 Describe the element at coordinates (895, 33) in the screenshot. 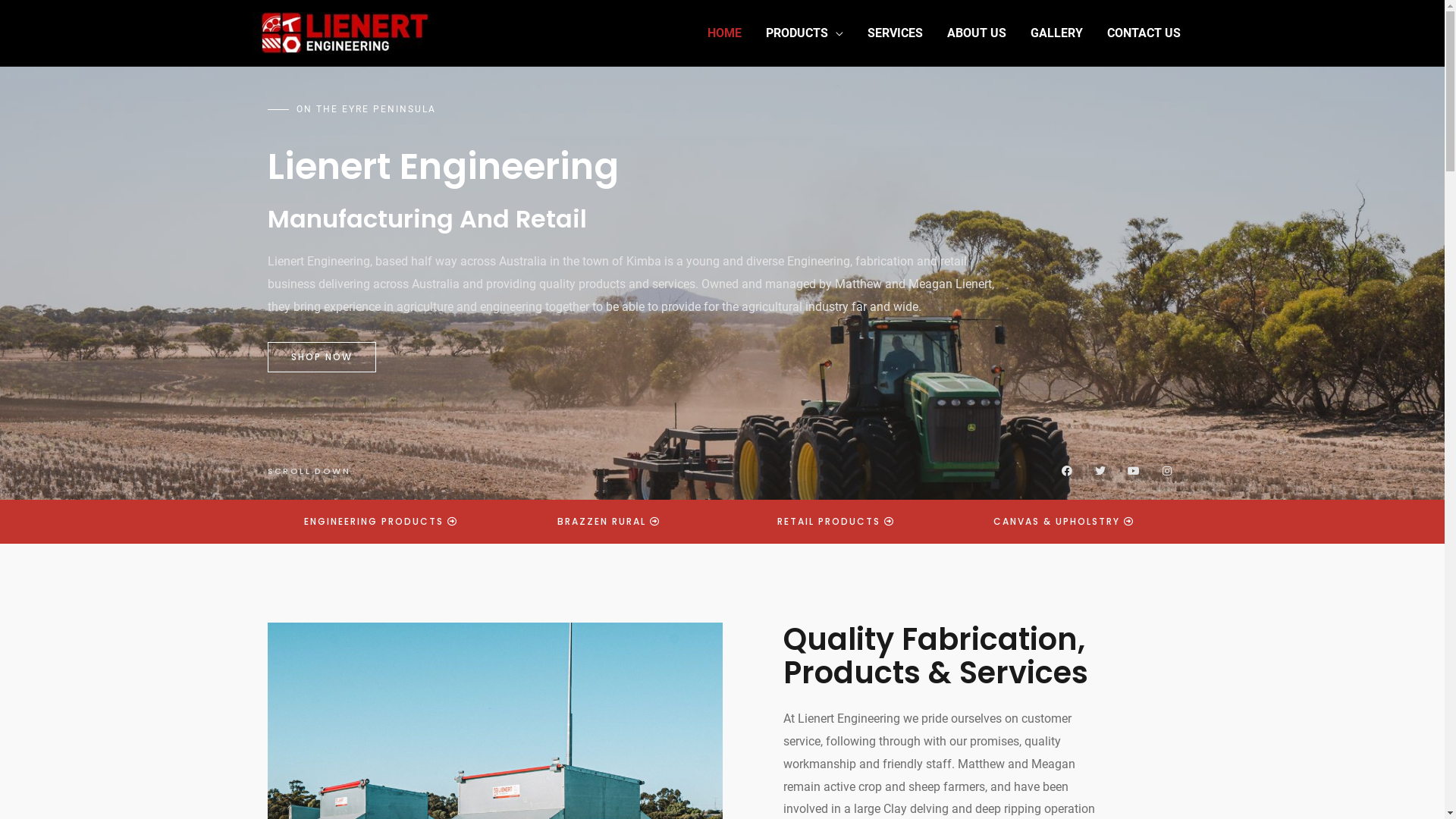

I see `'SERVICES'` at that location.